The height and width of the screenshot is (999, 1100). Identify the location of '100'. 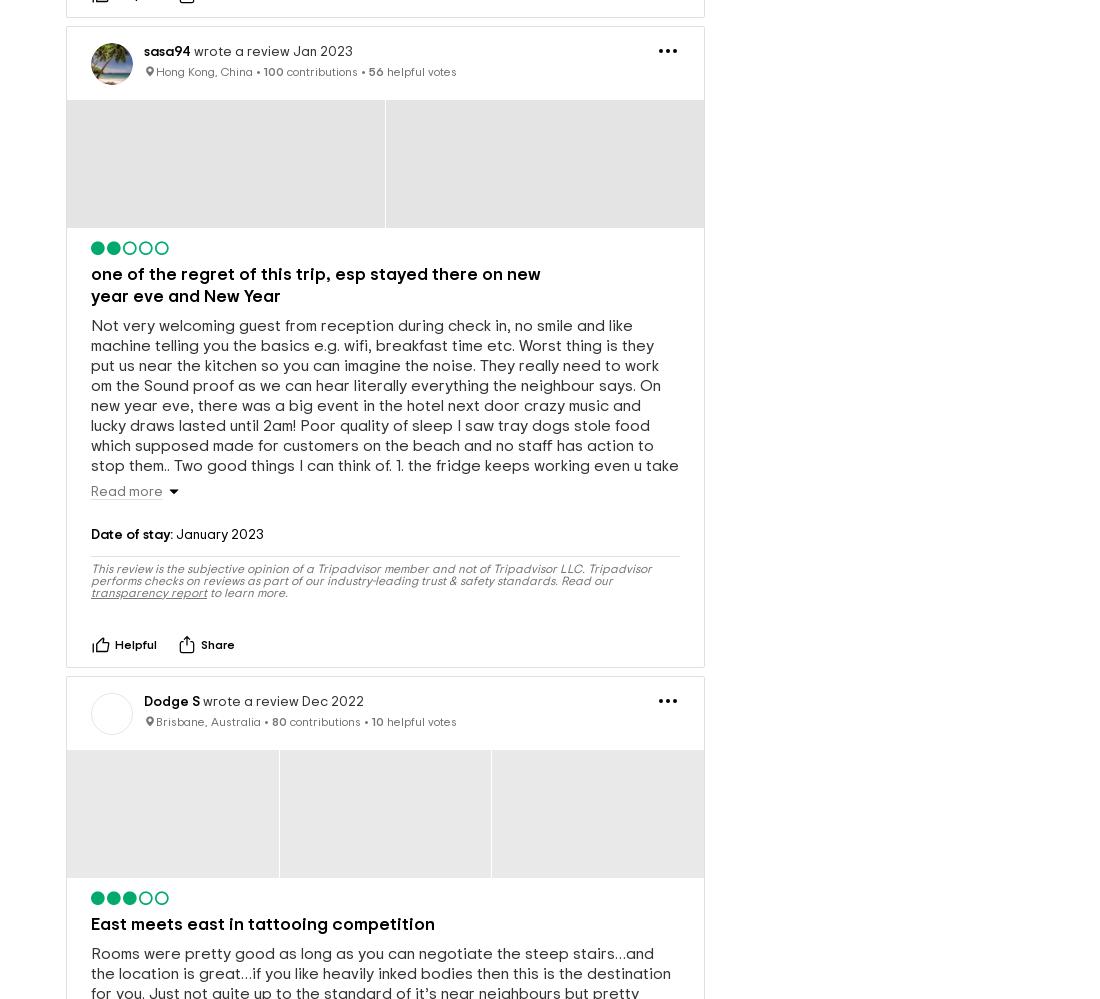
(274, 38).